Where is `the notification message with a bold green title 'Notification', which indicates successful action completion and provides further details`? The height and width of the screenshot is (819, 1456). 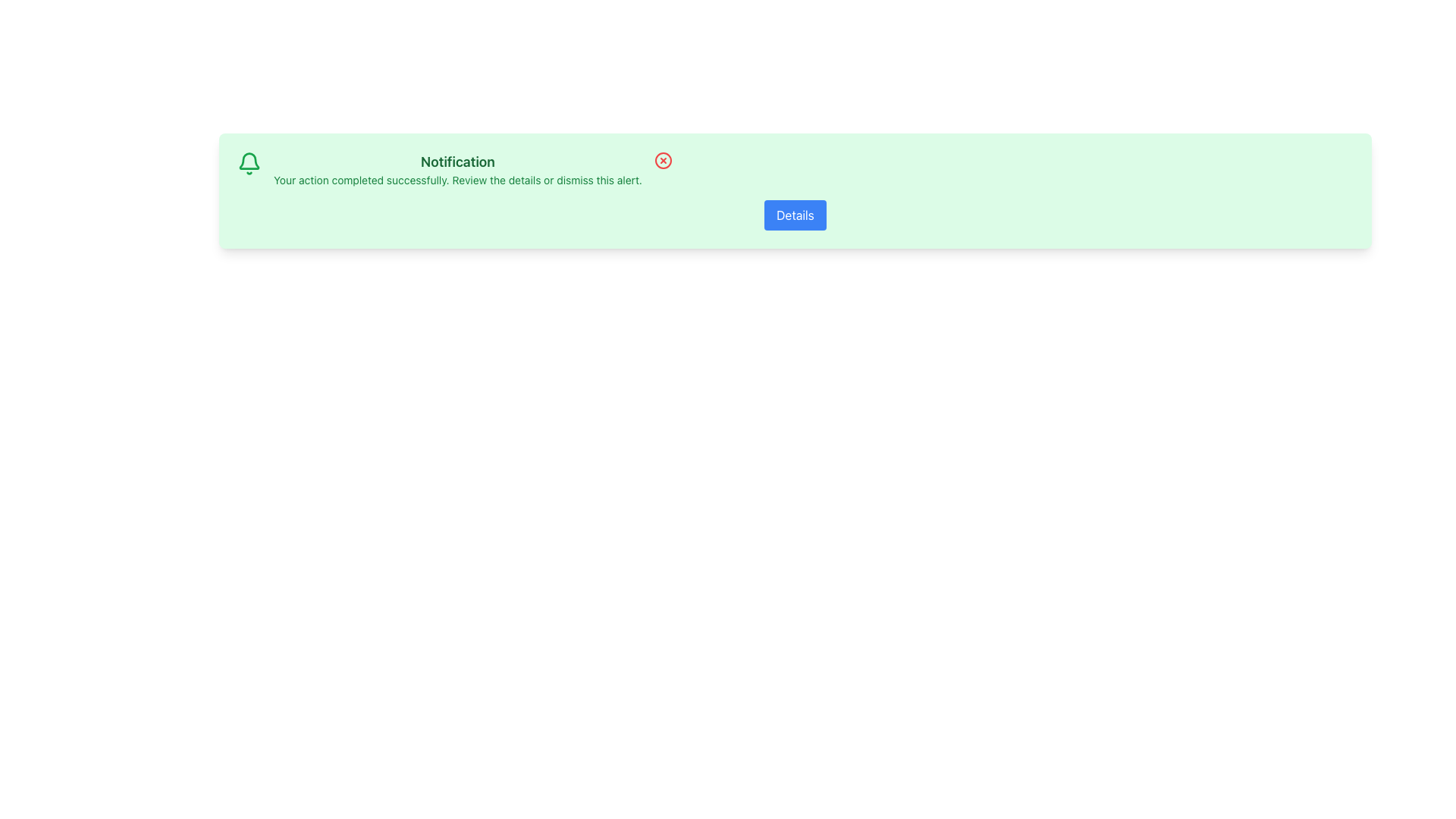 the notification message with a bold green title 'Notification', which indicates successful action completion and provides further details is located at coordinates (457, 169).